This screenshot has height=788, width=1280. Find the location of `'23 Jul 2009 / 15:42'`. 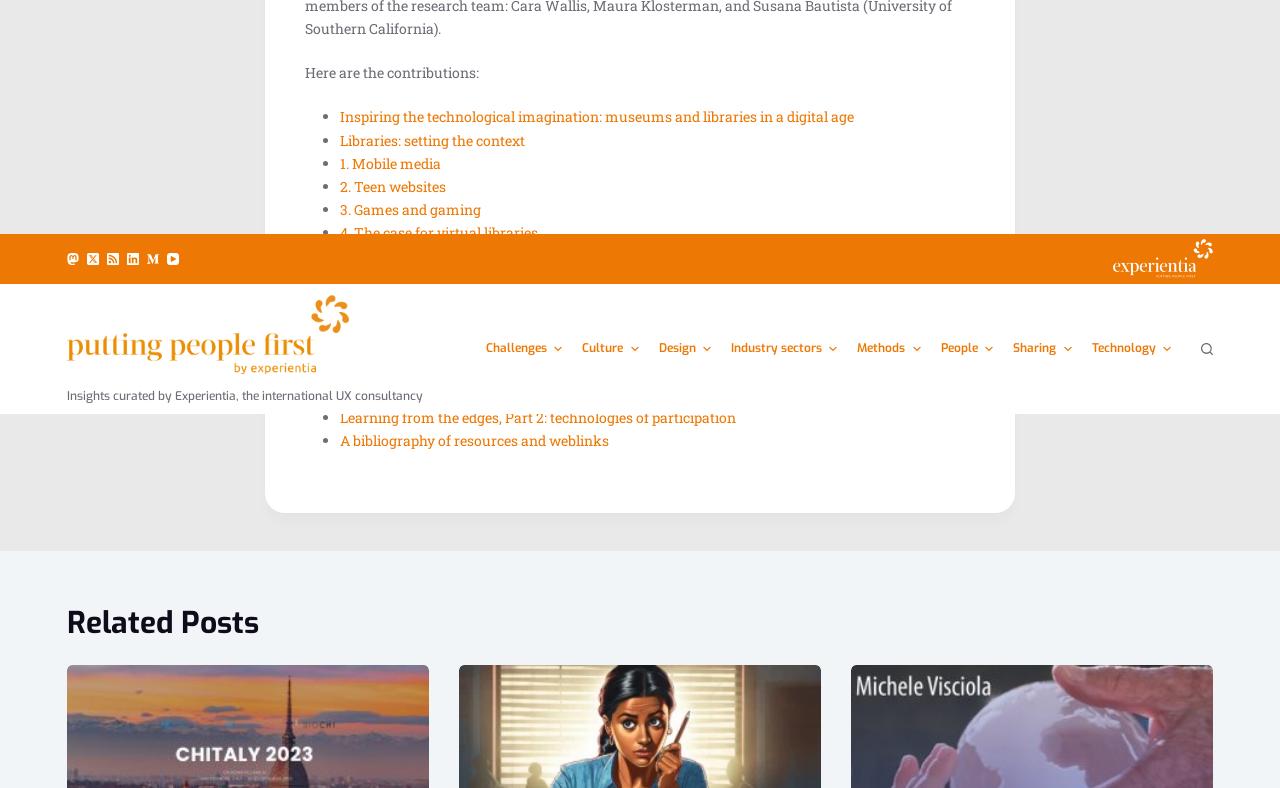

'23 Jul 2009 / 15:42' is located at coordinates (917, 175).